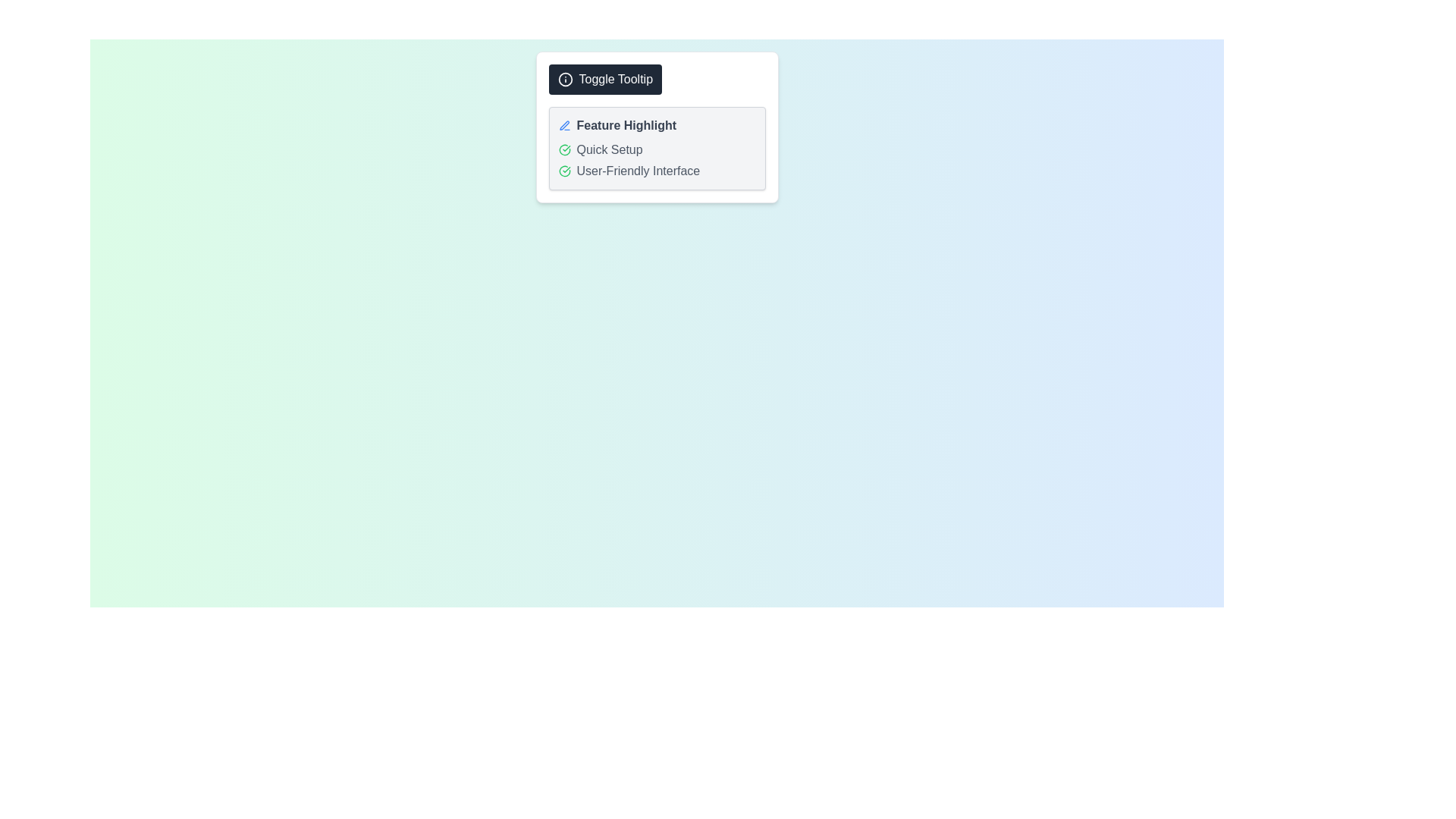 This screenshot has width=1456, height=819. I want to click on the general appearance of the circular green-bordered icon with a check mark inside, located to the left of the text 'User-Friendly Interface', so click(563, 171).